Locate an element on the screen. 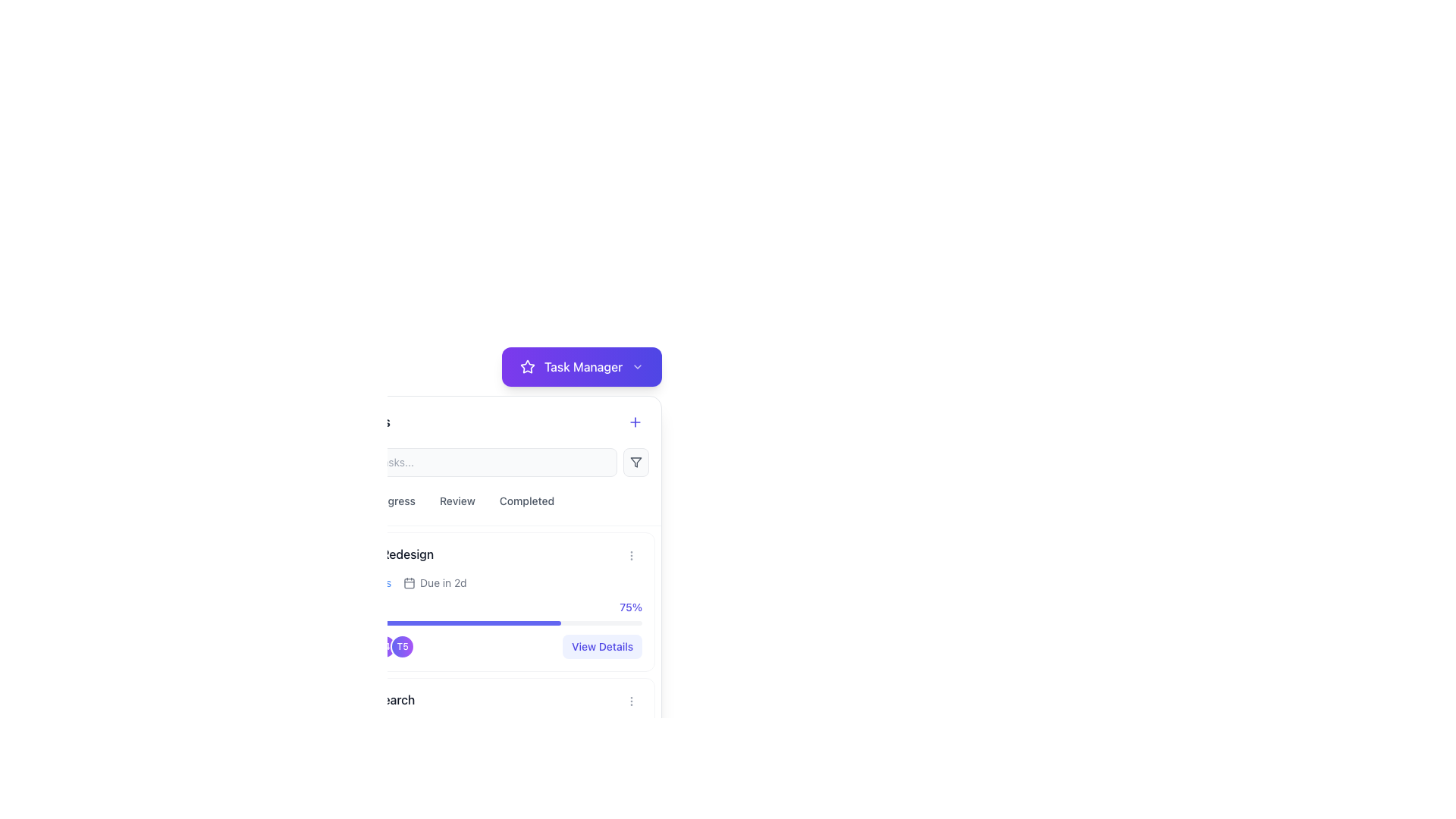  the visual representation of group members or items by focusing on the row of three small circles displaying text ('T1', 'T2', 'T3') with a gradient background, positioned to the left of the 'View Details' button is located at coordinates (347, 792).